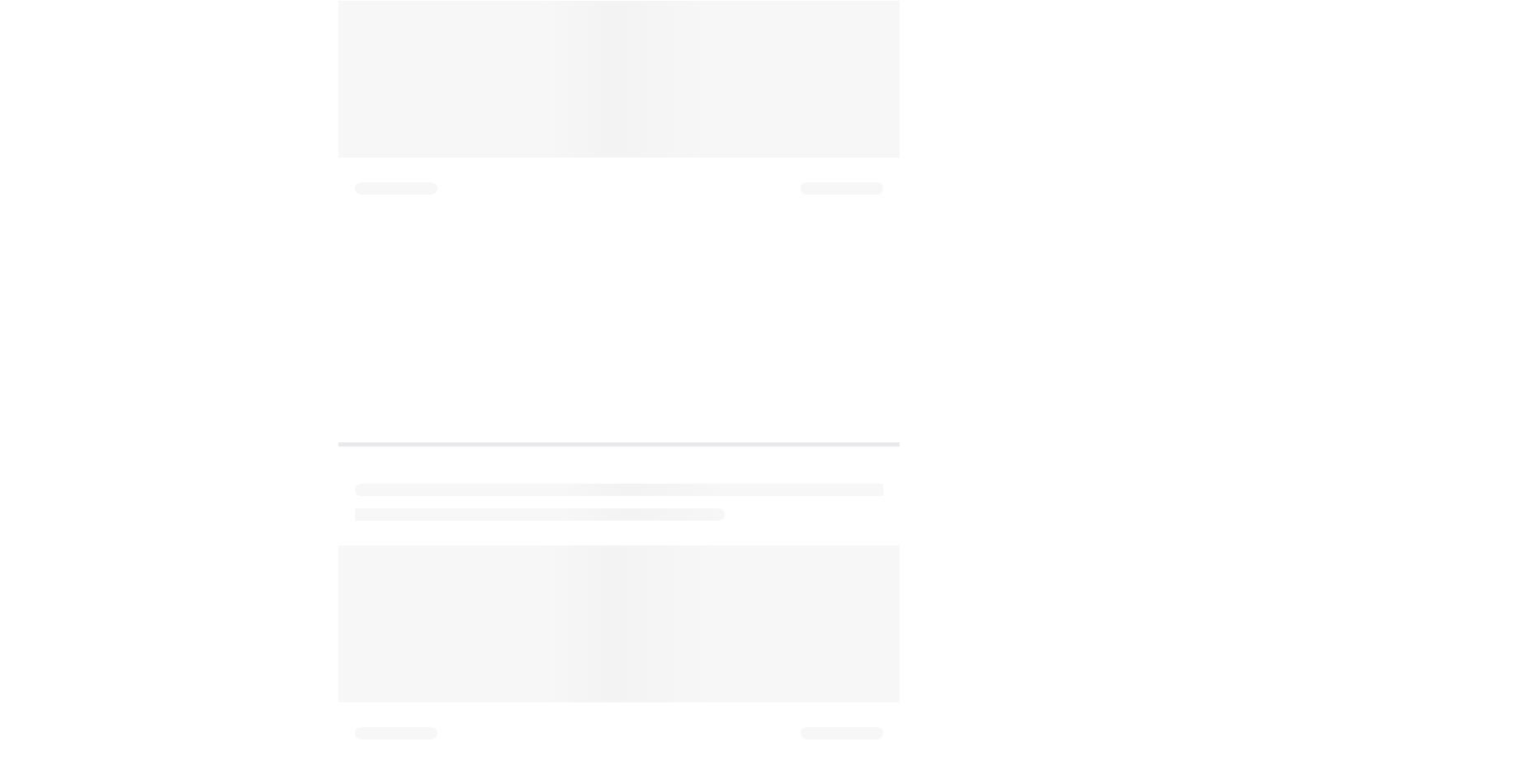  Describe the element at coordinates (357, 69) in the screenshot. I see `'1'` at that location.